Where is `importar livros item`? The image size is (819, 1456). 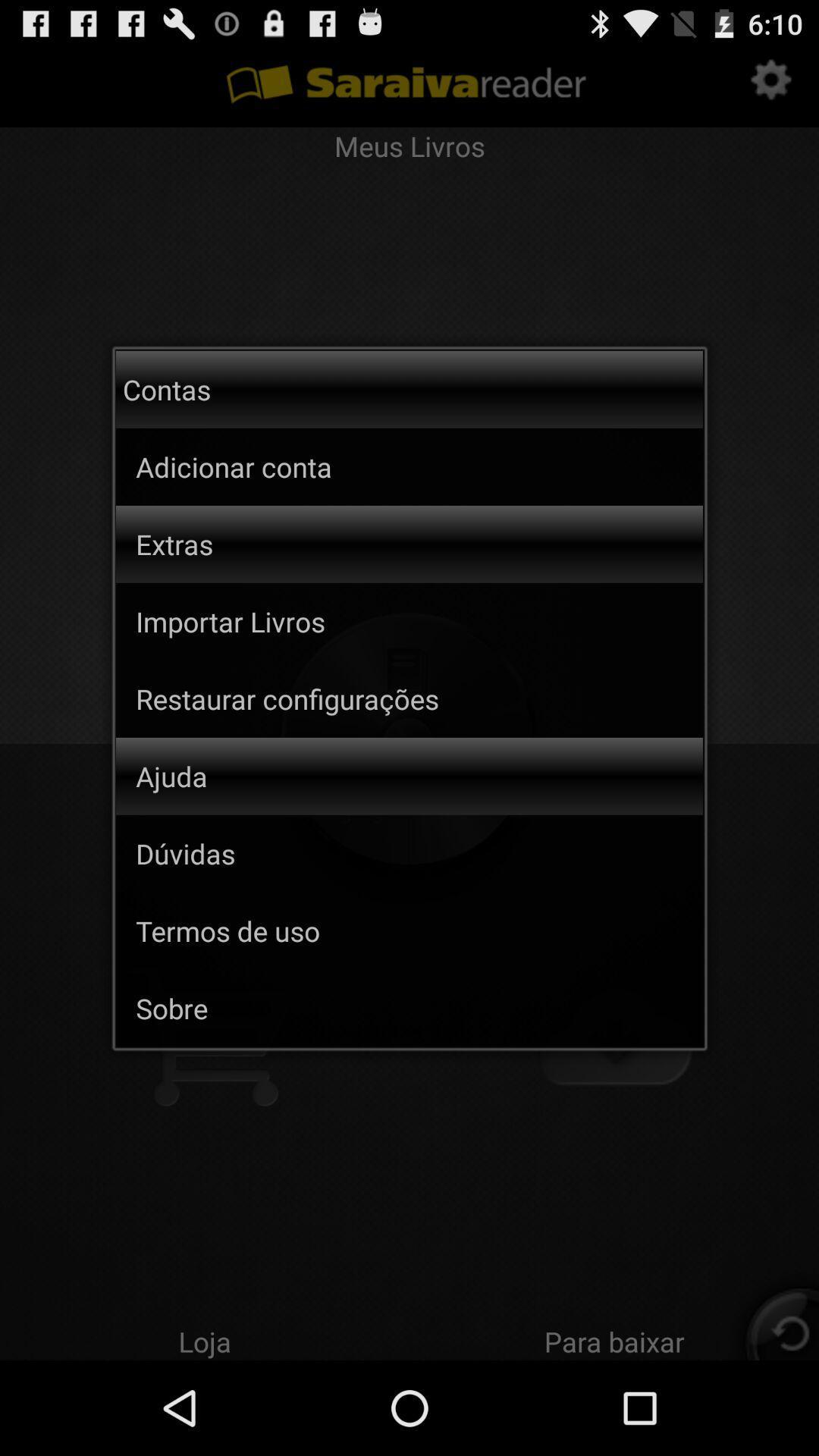
importar livros item is located at coordinates (419, 621).